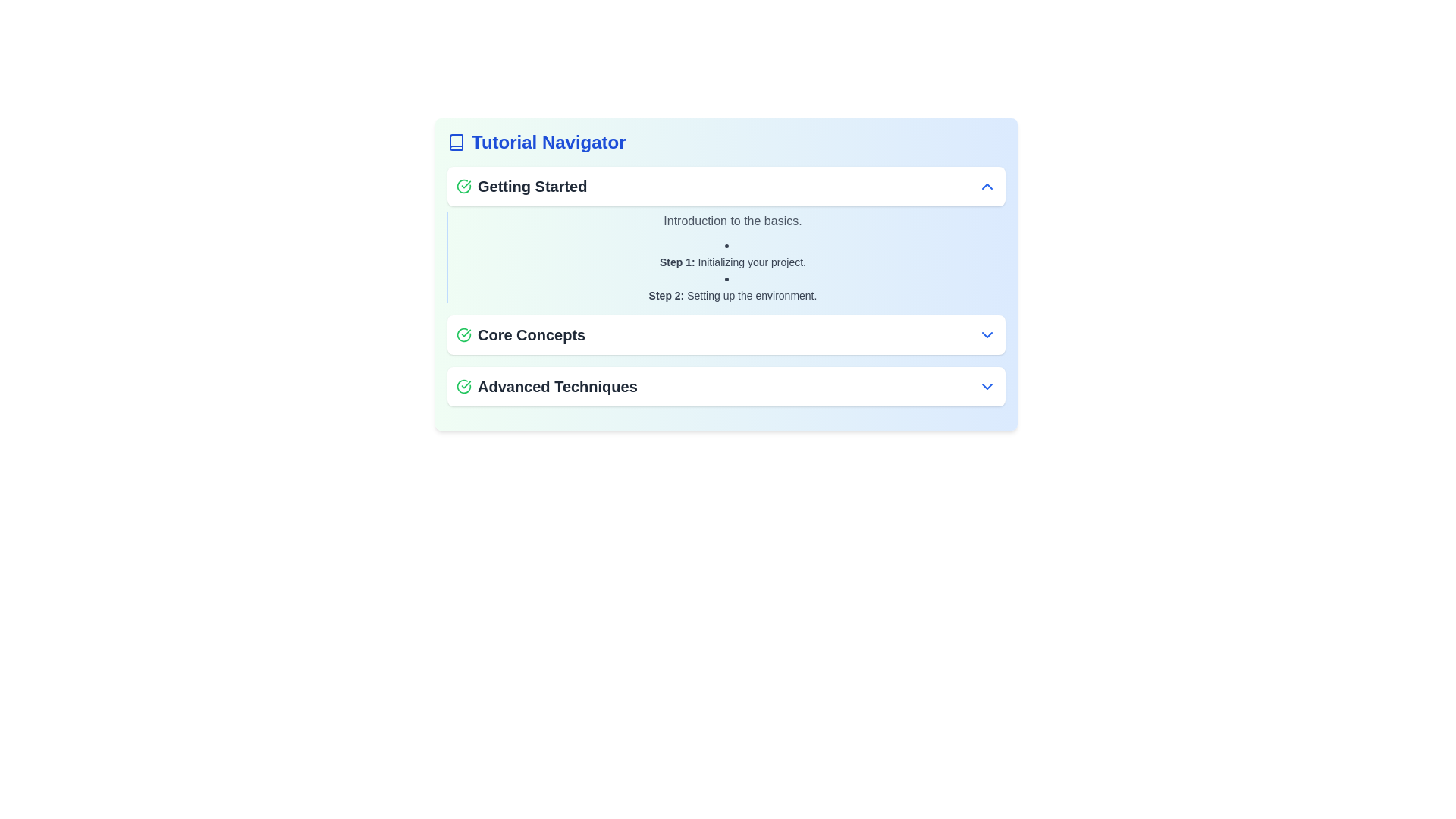 The width and height of the screenshot is (1456, 819). What do you see at coordinates (463, 186) in the screenshot?
I see `the green circular Status indicator icon with a tick mark that indicates success, located at the start of the text 'Getting Started'` at bounding box center [463, 186].